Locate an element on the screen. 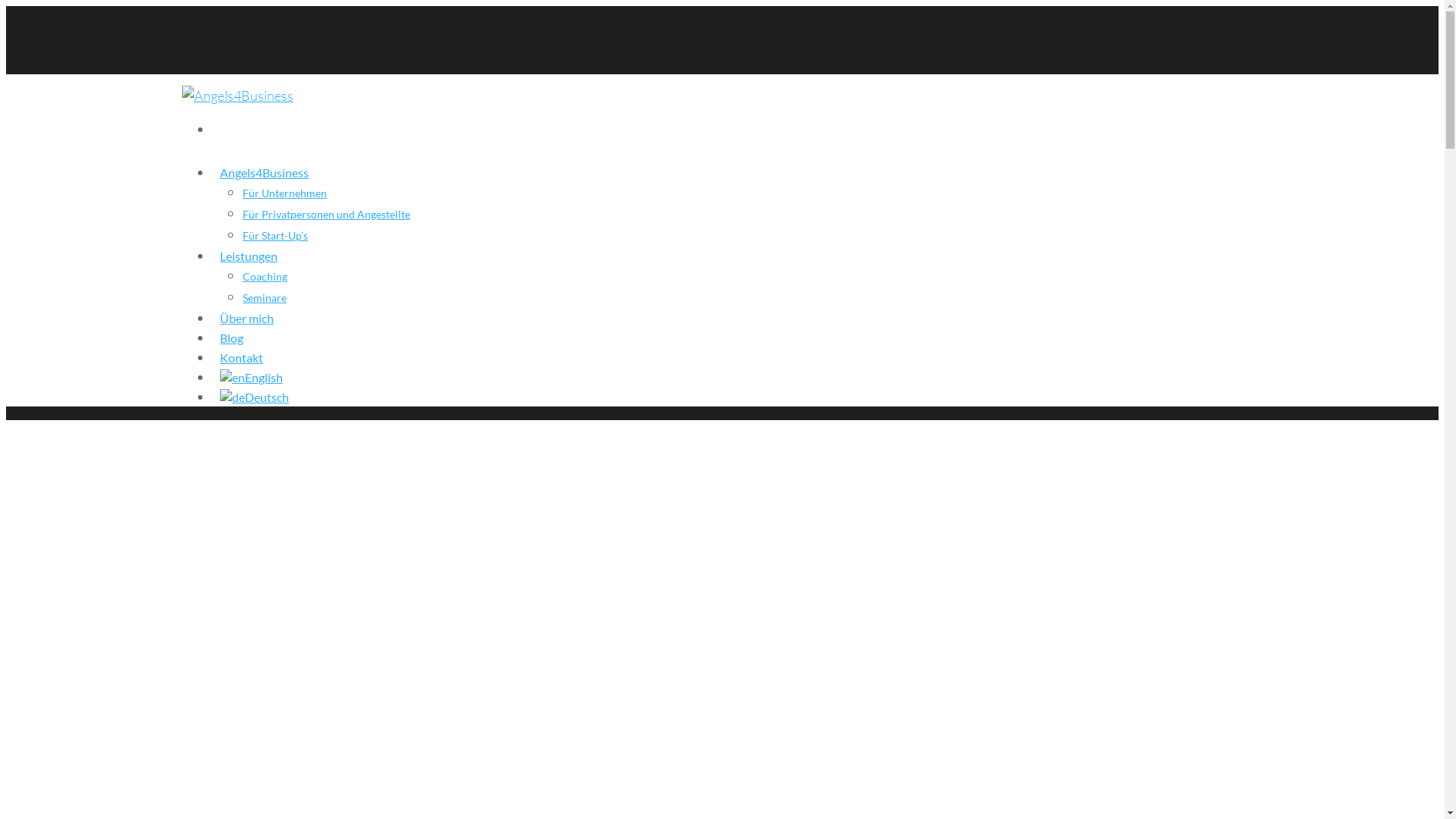 The image size is (1456, 819). 'Kontakt' is located at coordinates (240, 362).